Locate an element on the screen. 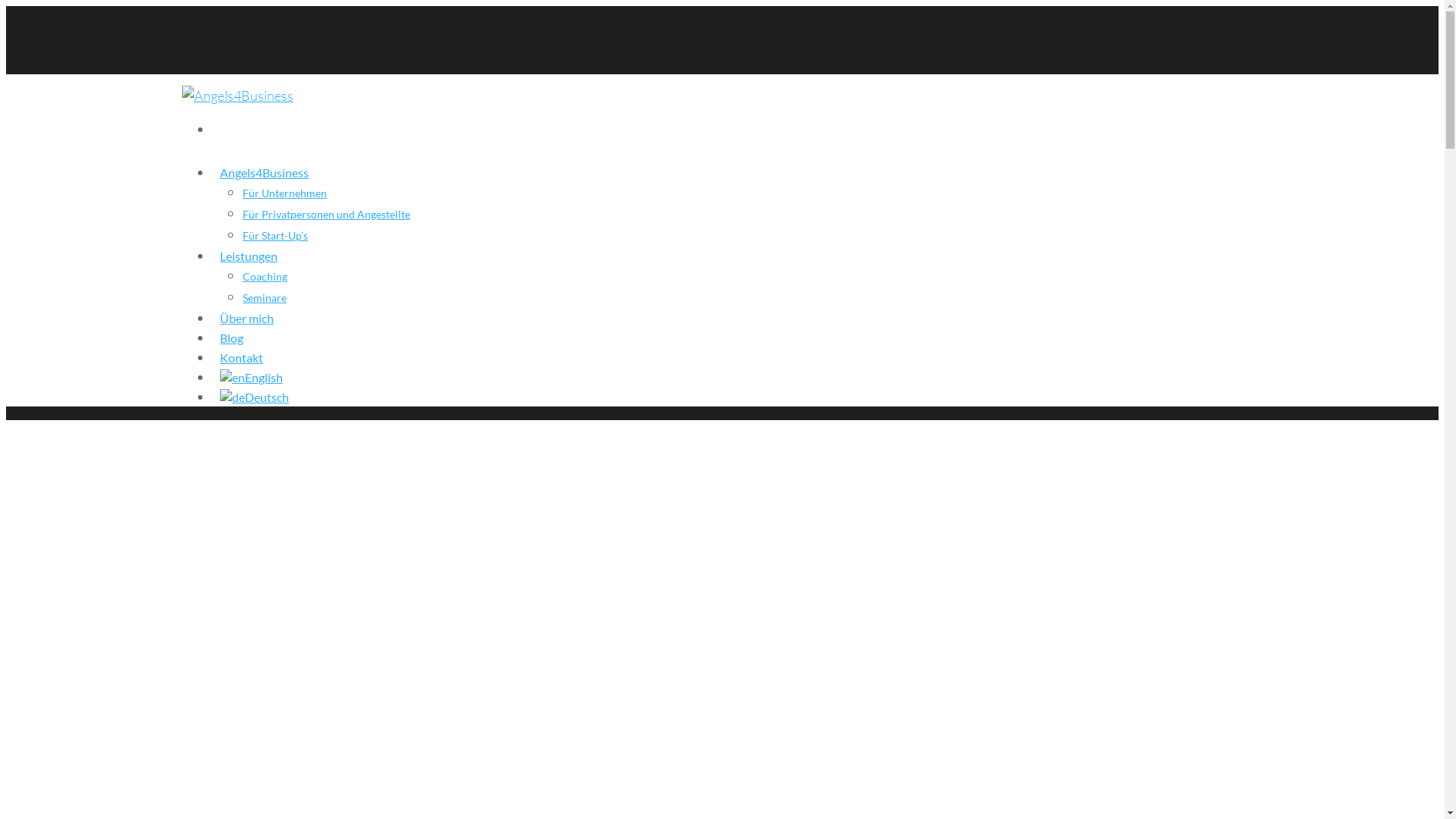 The image size is (1456, 819). 'Kontakt' is located at coordinates (240, 362).